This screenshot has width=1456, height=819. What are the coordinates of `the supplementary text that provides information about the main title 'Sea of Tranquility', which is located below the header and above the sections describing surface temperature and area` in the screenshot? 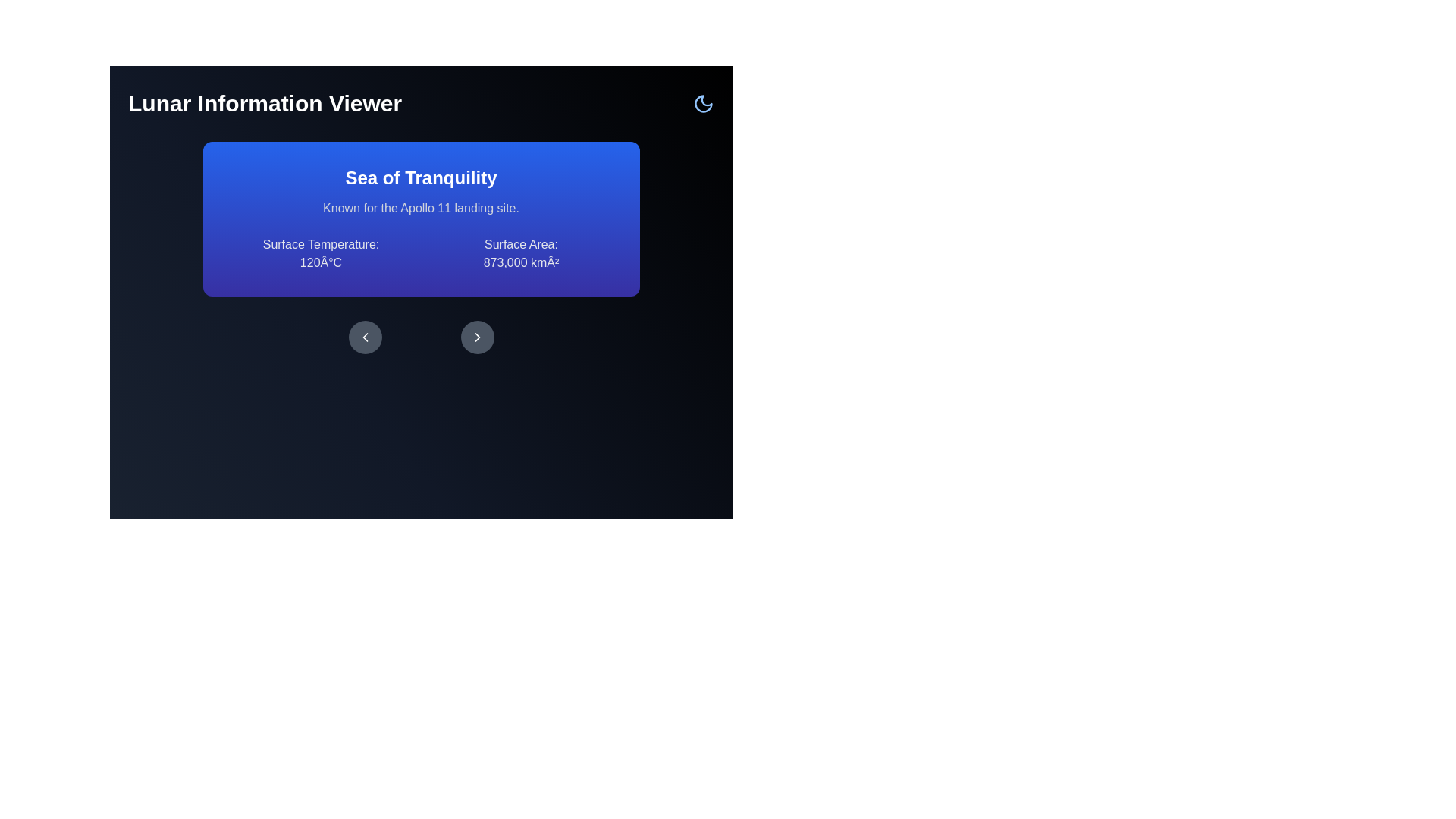 It's located at (421, 208).